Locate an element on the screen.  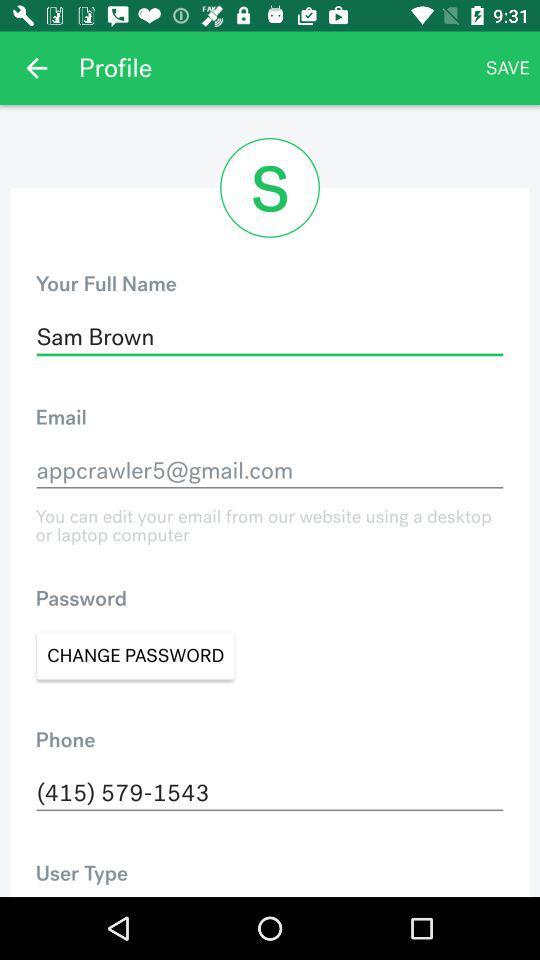
icon next to the profile app is located at coordinates (36, 68).